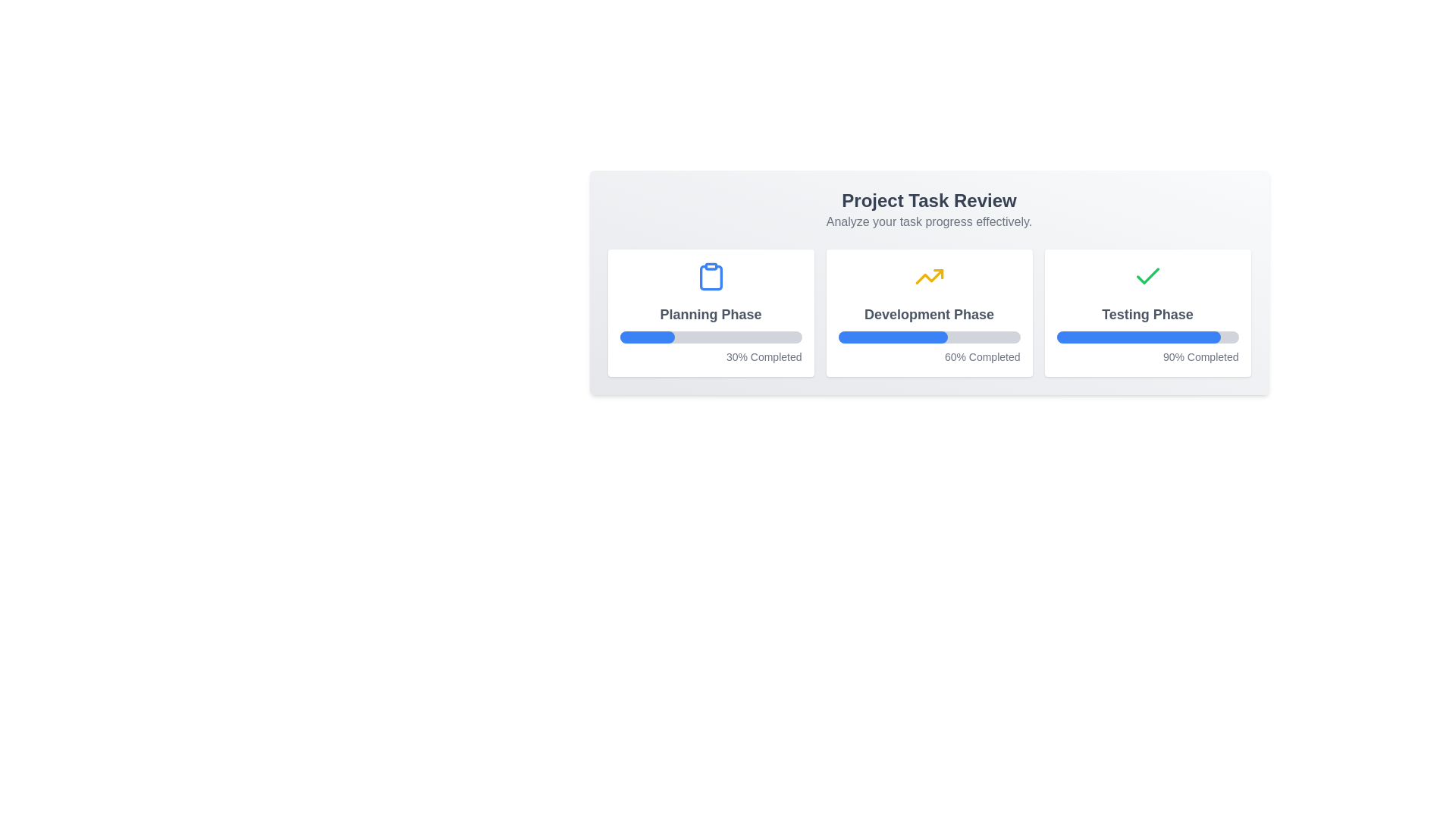 The image size is (1456, 819). I want to click on the progress visually by focusing on the leftmost portion of the progress indicator bar for the 'Planning Phase' task, which represents 30% completion, so click(647, 336).